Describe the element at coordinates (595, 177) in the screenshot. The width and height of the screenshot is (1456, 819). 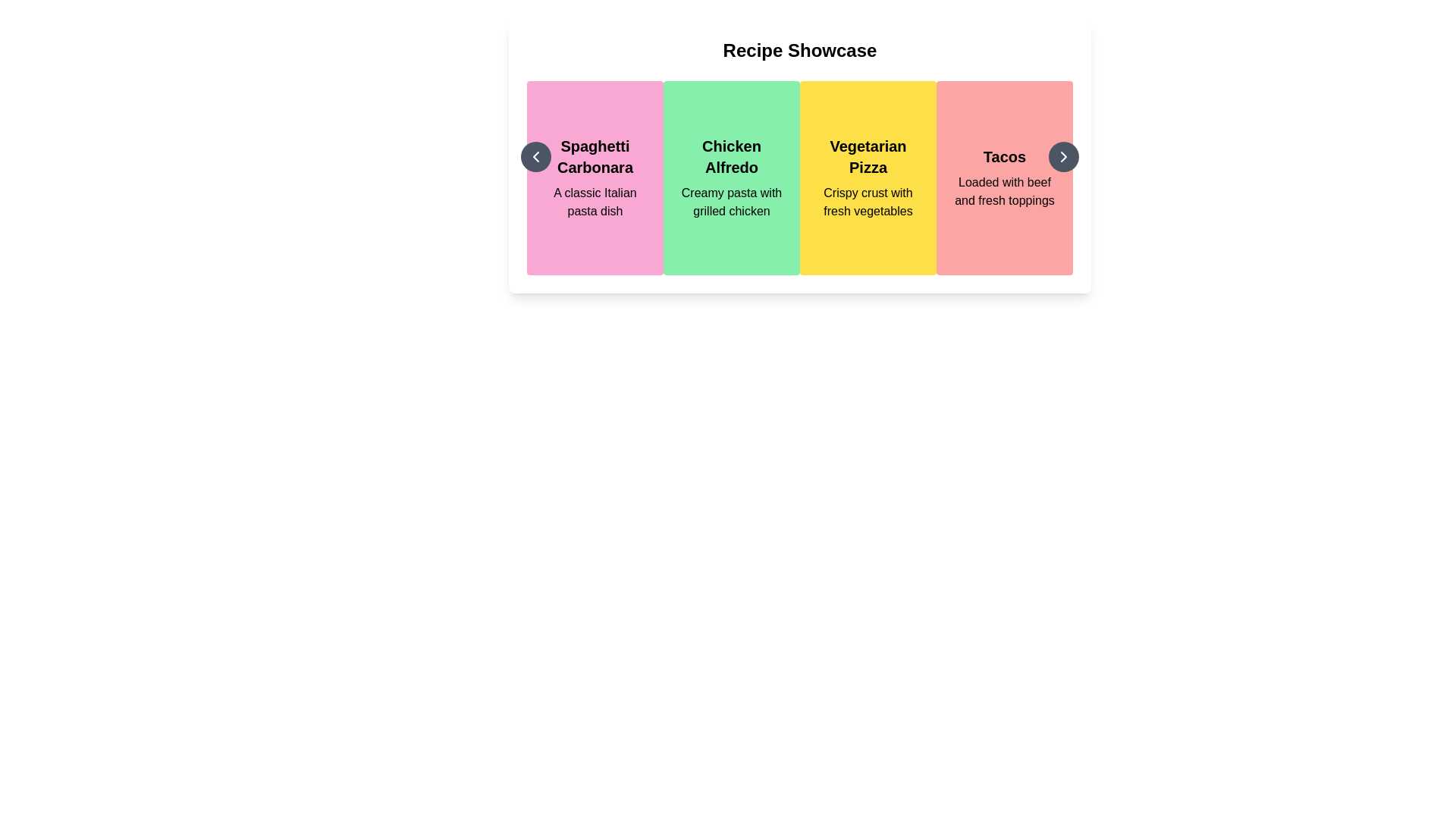
I see `the first recipe card in the carousel that represents a specific dish, which includes the name and brief description` at that location.